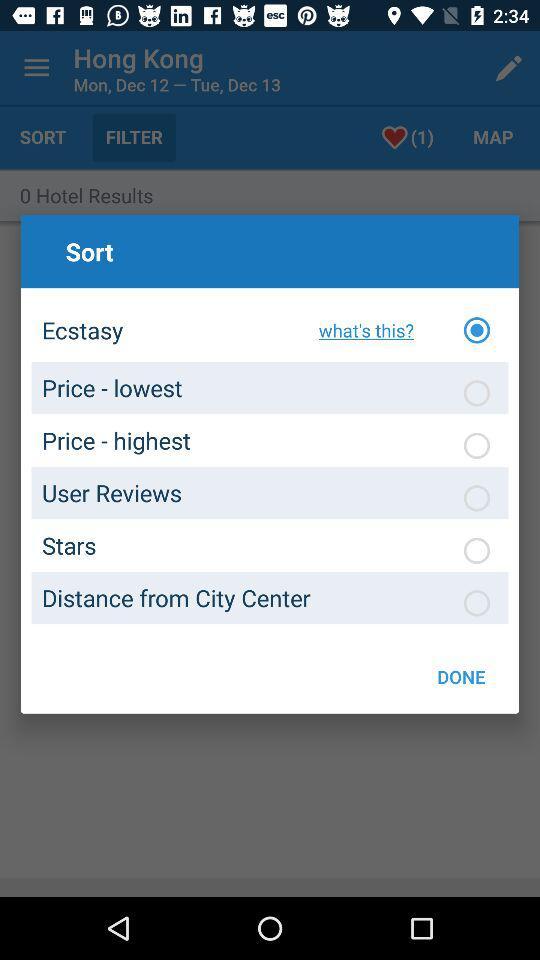 The width and height of the screenshot is (540, 960). I want to click on find user reviews, so click(475, 497).